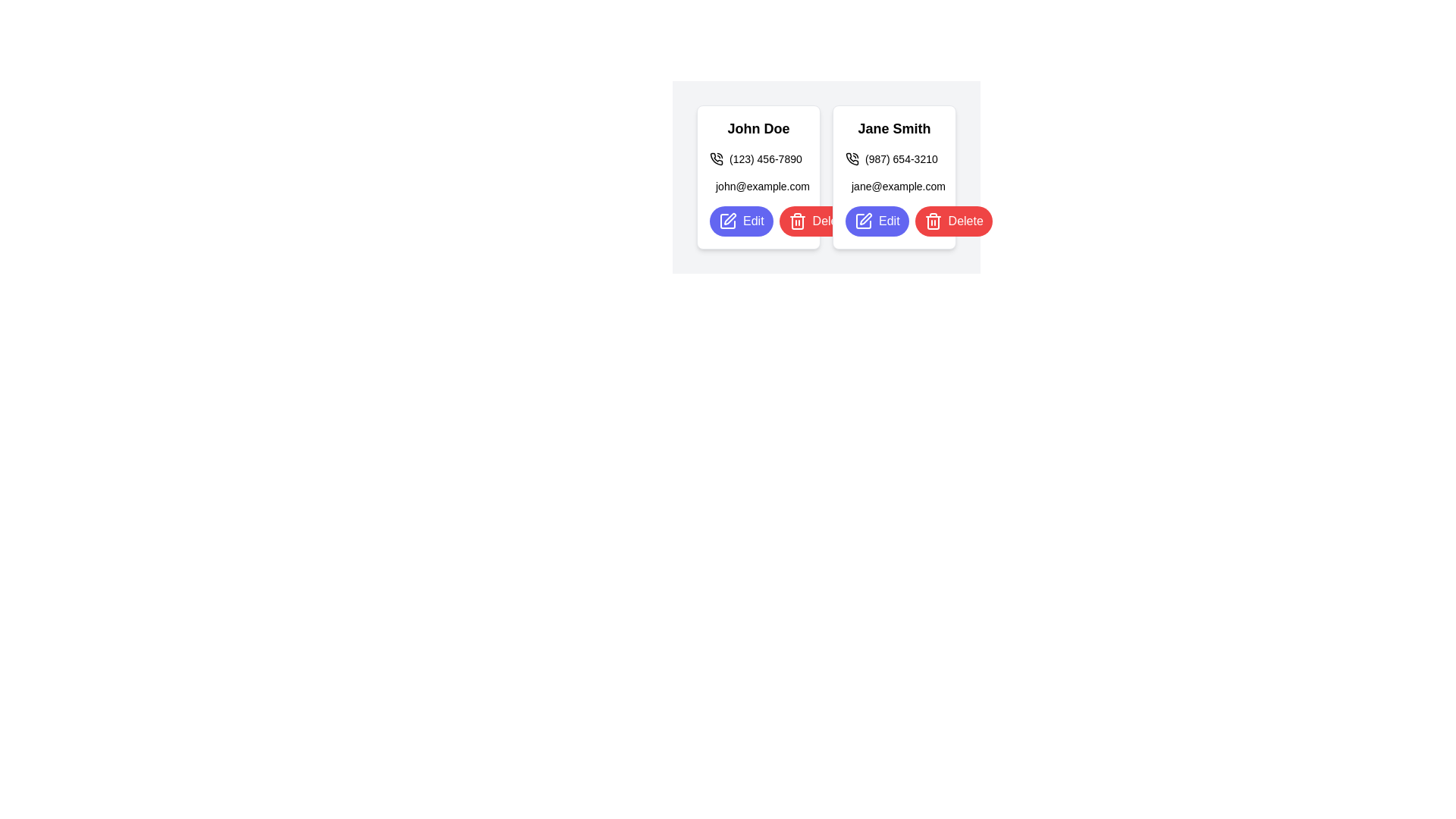 Image resolution: width=1456 pixels, height=819 pixels. I want to click on the trash bin icon, which is styled with a red fill and white rounded lines, located to the left of the 'Delete' label in a rounded red button, so click(796, 221).